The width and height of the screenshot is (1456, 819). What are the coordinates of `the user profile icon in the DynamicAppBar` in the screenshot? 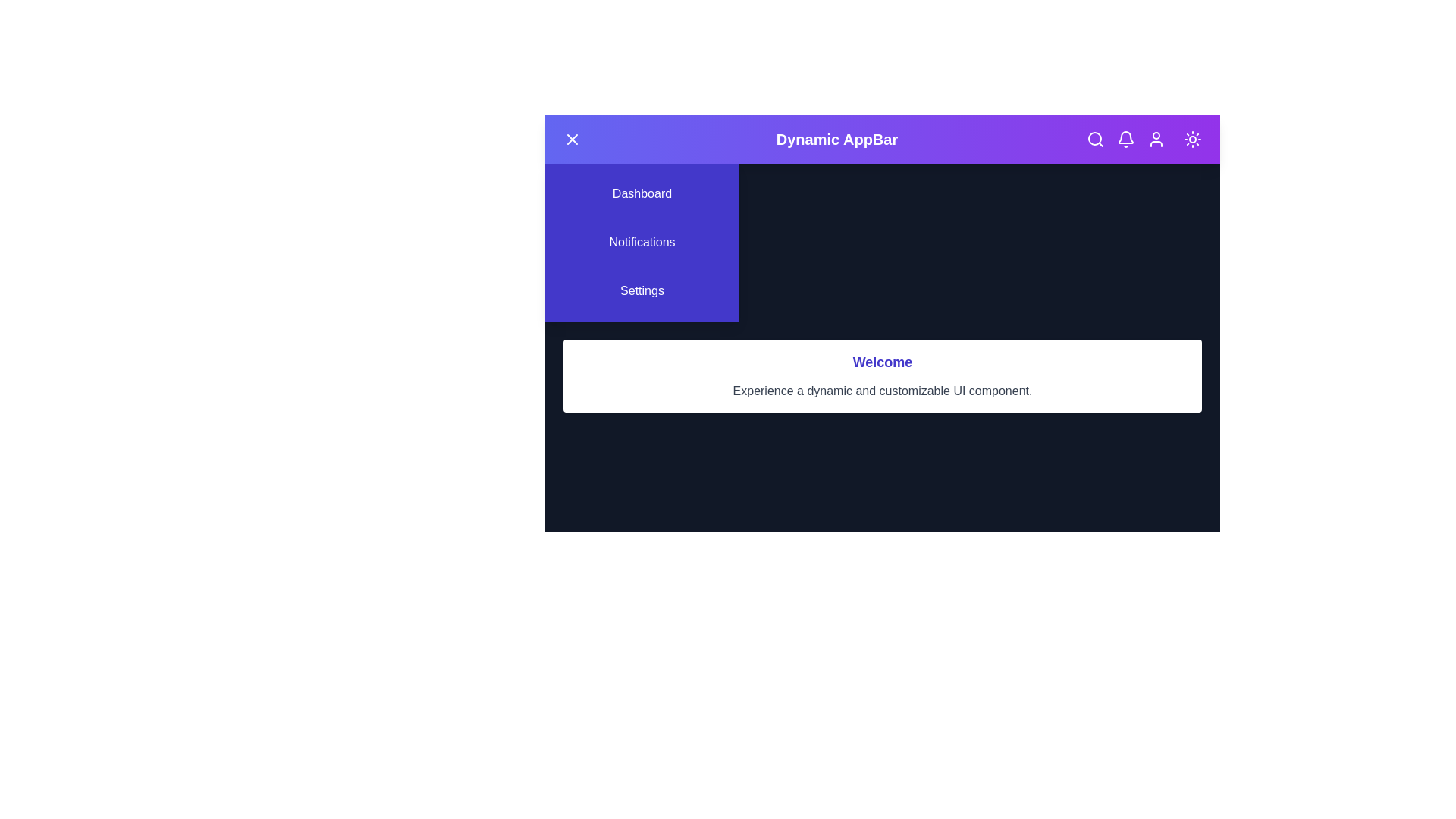 It's located at (1156, 140).